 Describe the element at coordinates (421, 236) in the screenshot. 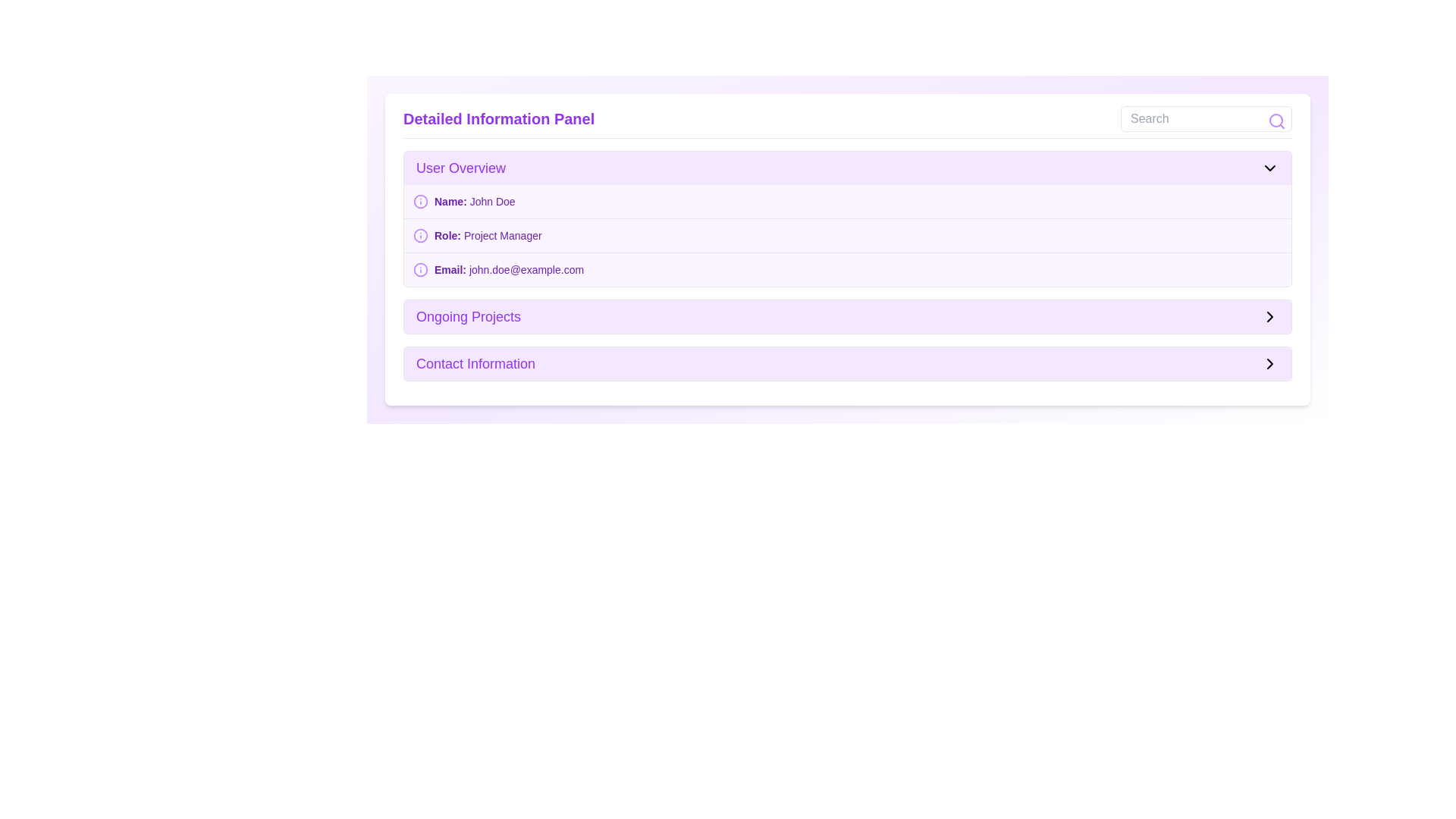

I see `the circular informational icon with a purple outline located to the left of the text 'Role: Project Manager' in the User Overview section` at that location.